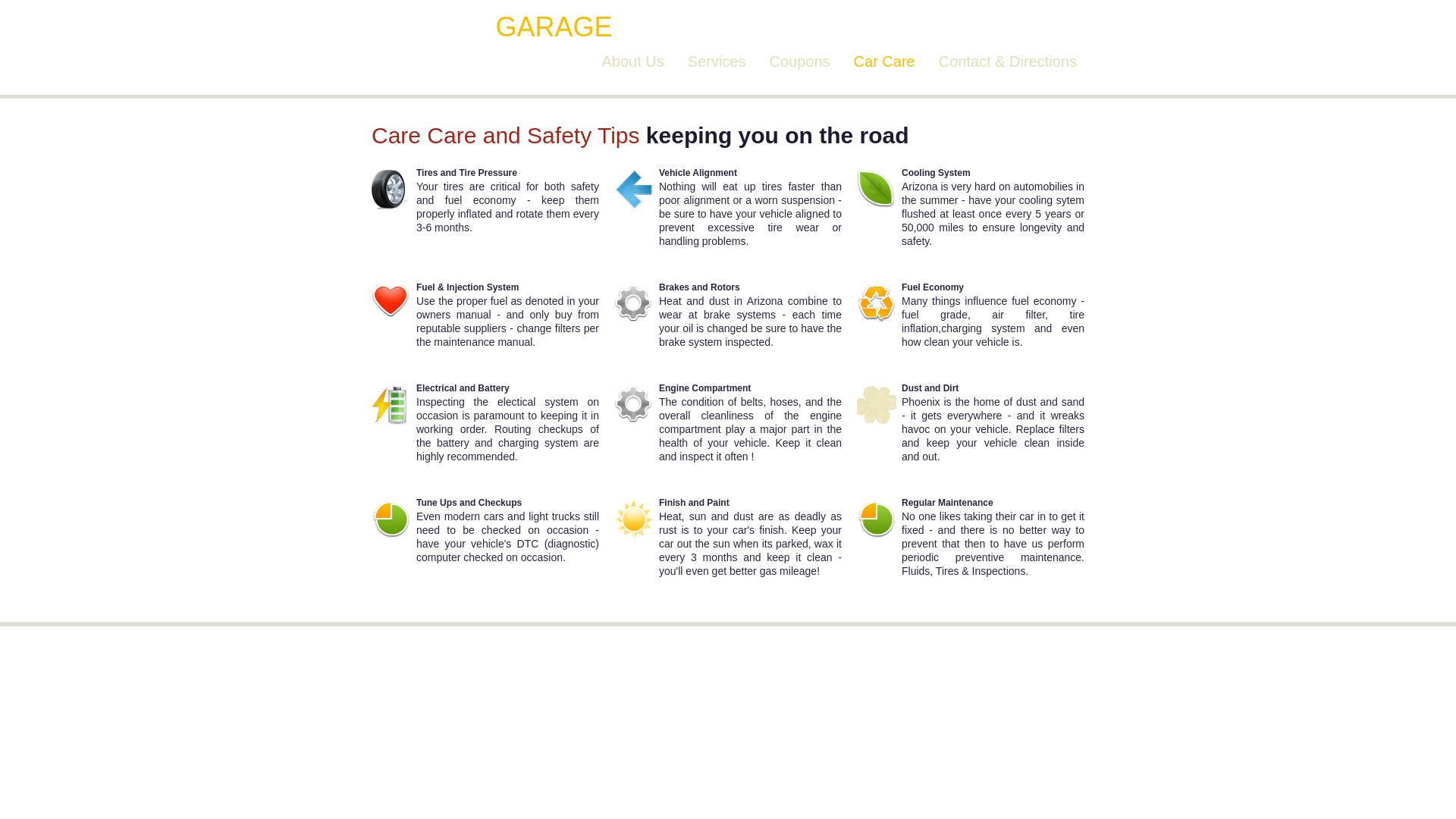 Image resolution: width=1456 pixels, height=819 pixels. What do you see at coordinates (799, 61) in the screenshot?
I see `'Coupons'` at bounding box center [799, 61].